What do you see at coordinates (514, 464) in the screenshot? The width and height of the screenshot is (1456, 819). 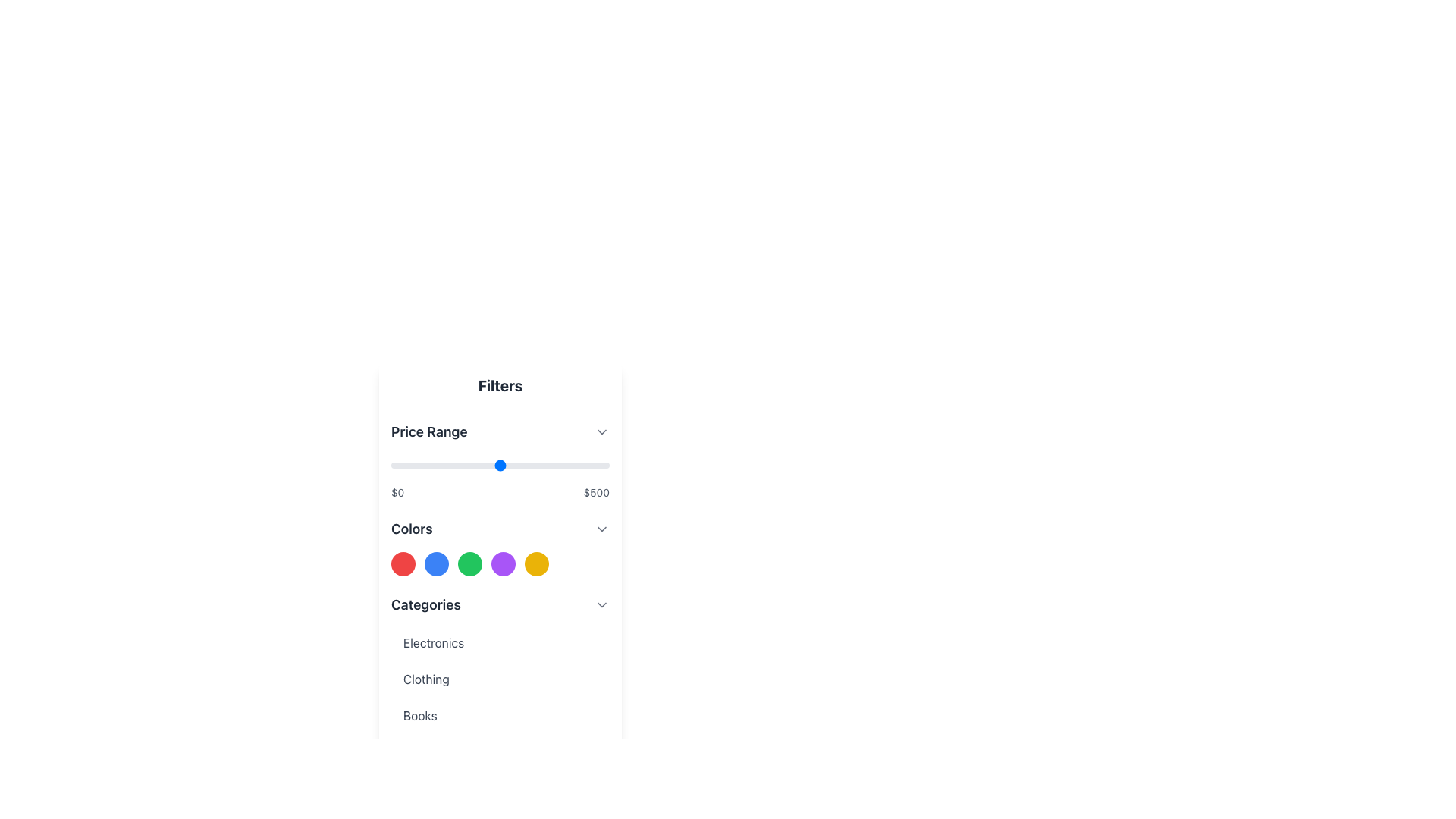 I see `the price range` at bounding box center [514, 464].